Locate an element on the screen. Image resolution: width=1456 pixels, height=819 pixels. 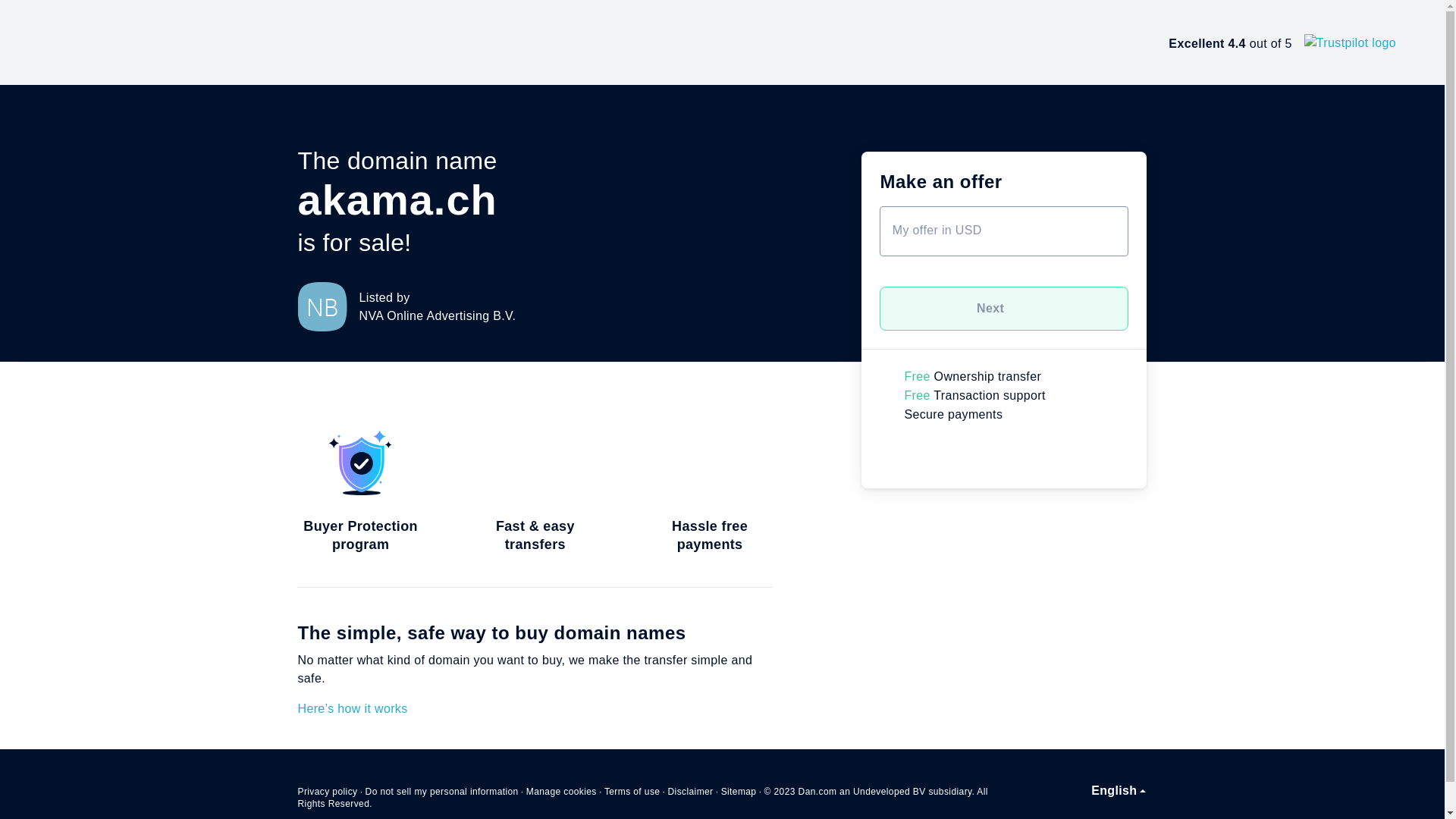
'Manage cookies' is located at coordinates (560, 791).